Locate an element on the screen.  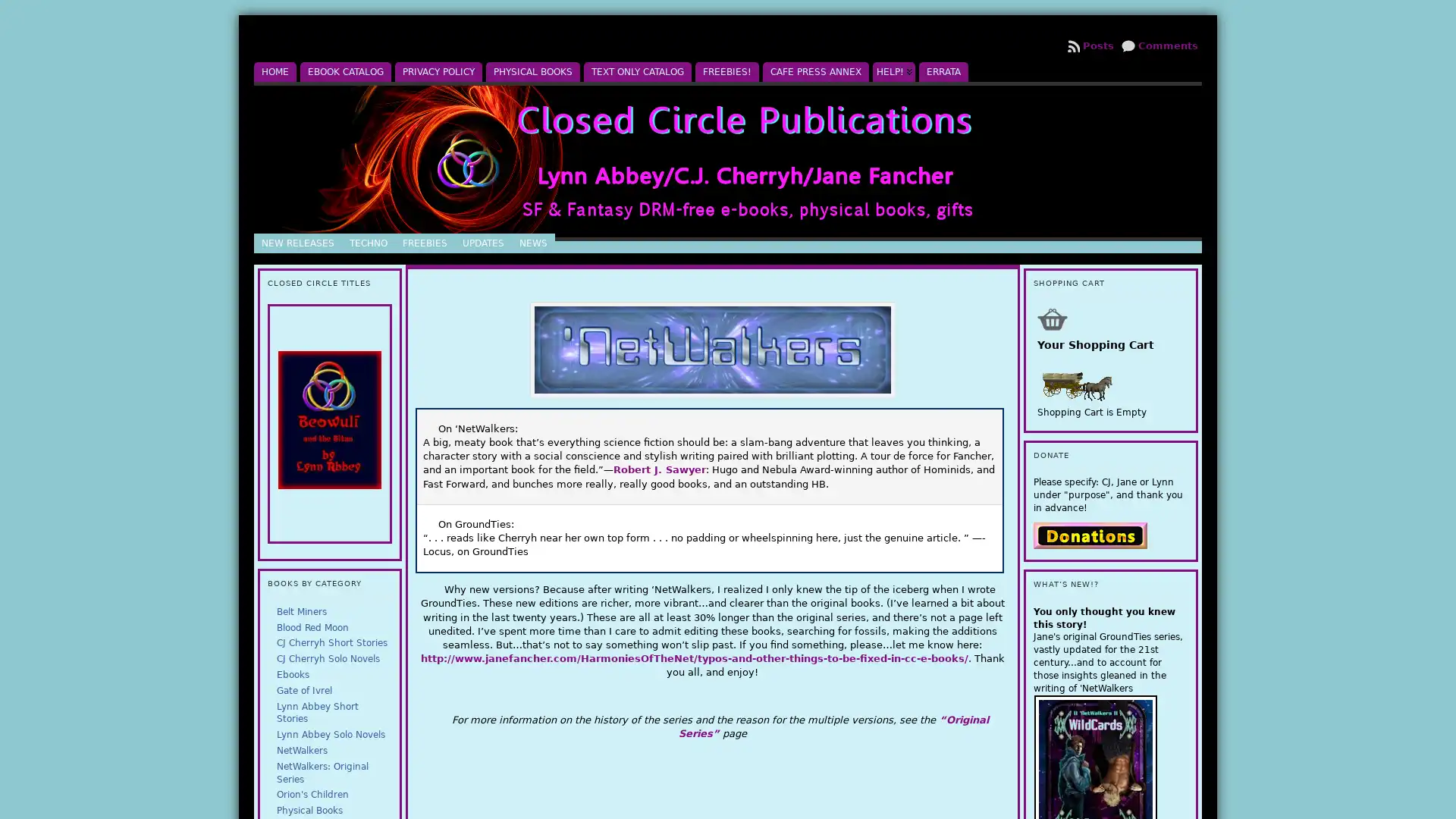
PayPal - The safer, easier way to pay online. is located at coordinates (1088, 534).